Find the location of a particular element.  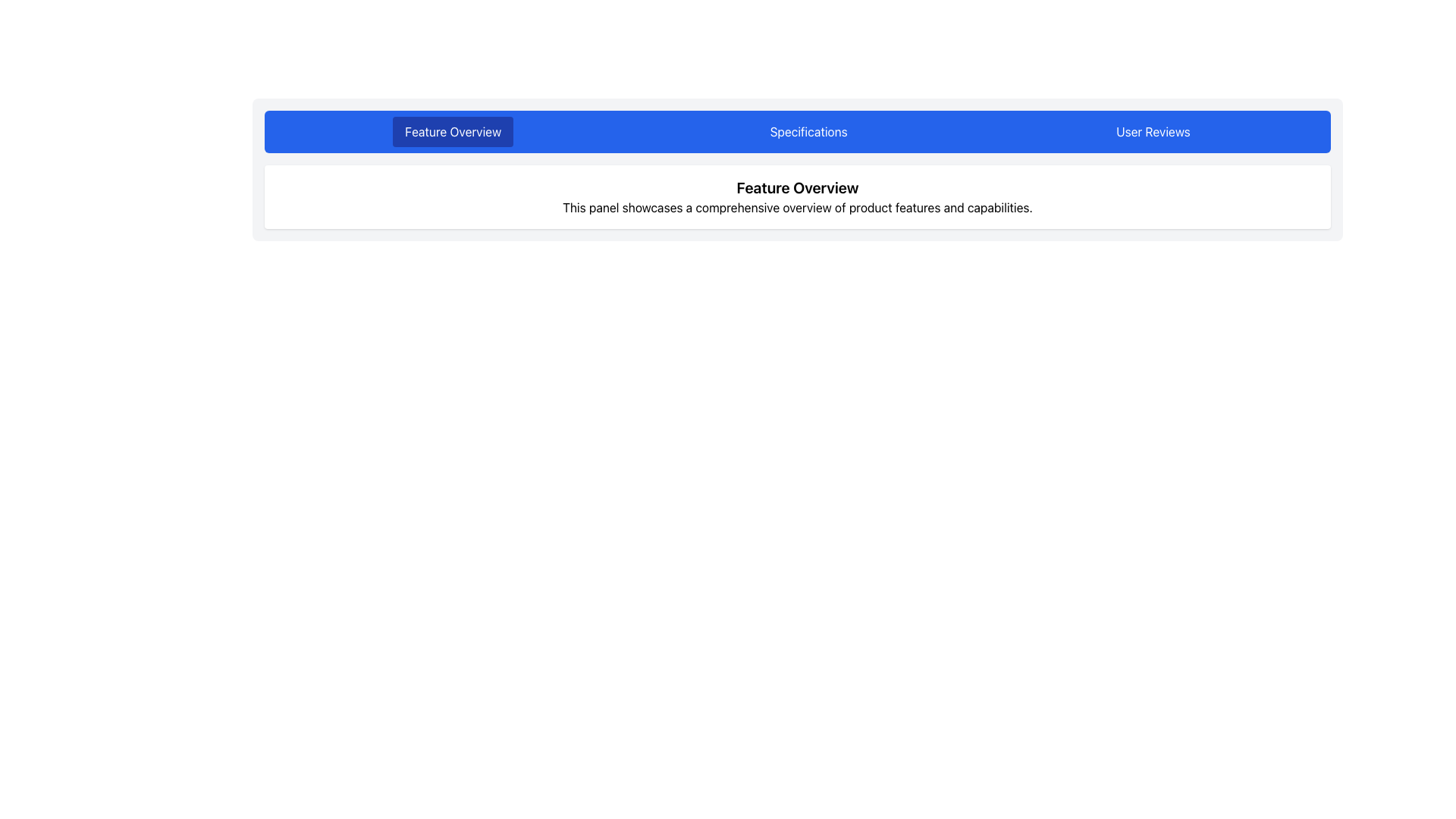

the Text block that contains the bold title 'Feature Overview' and the paragraph description about product features, located in the center of a white panel below the blue navigation bar is located at coordinates (796, 196).